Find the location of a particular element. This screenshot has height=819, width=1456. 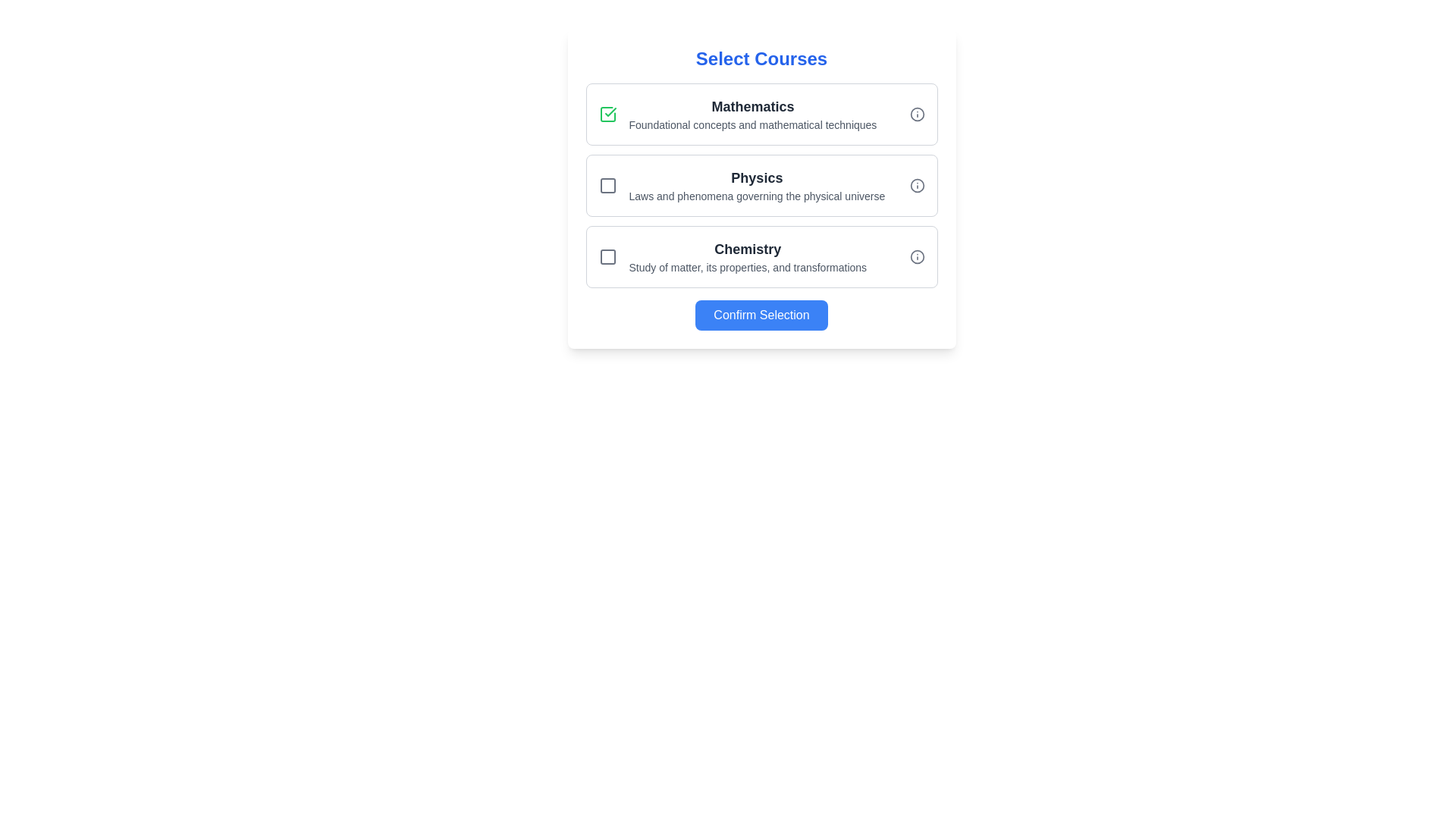

the 'Physics' text label which displays the course name in the second course selection card, positioned above the descriptive text and aligned with the checkbox and information icon is located at coordinates (757, 177).